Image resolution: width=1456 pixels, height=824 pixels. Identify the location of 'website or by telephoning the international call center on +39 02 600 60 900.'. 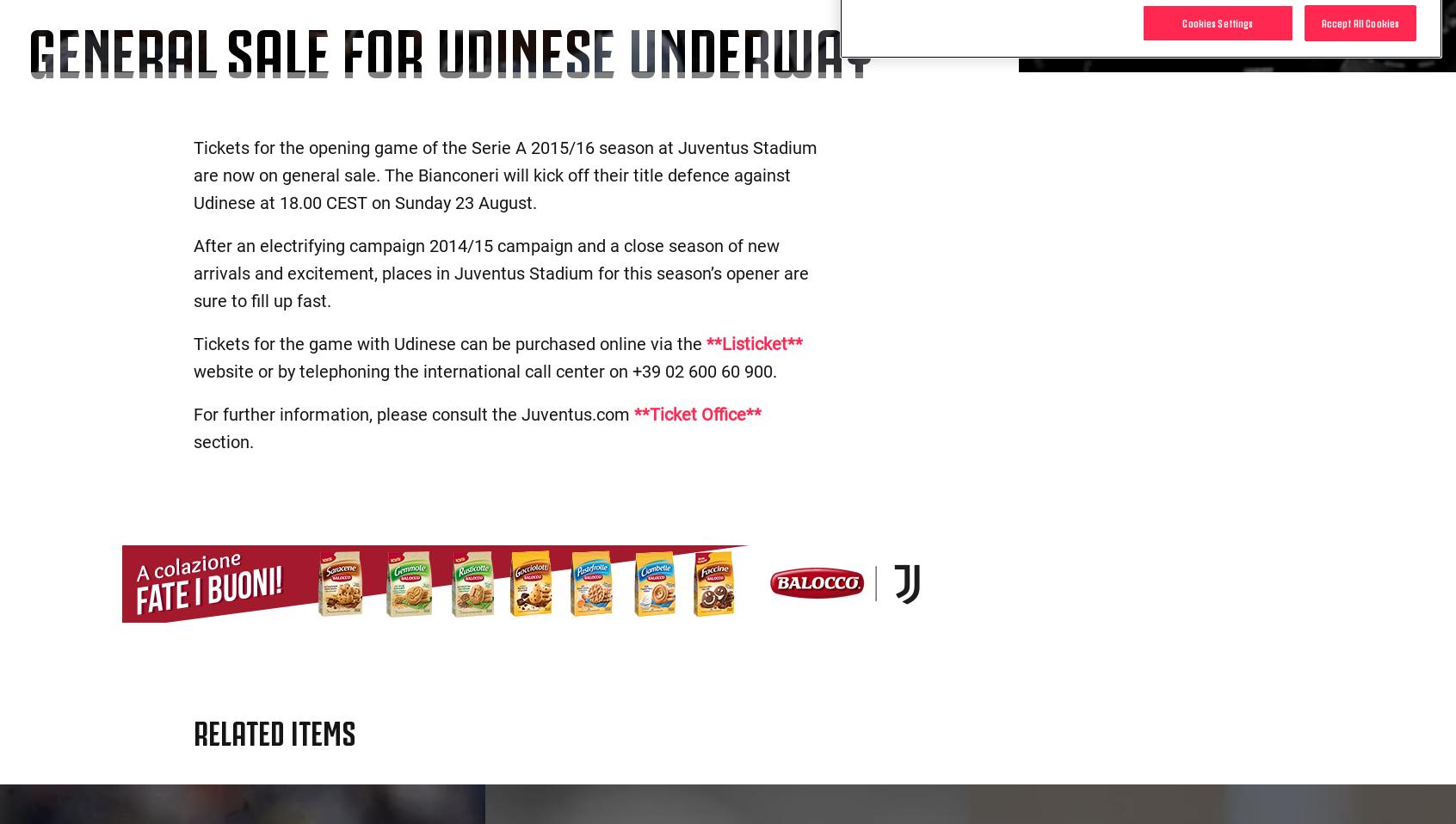
(484, 371).